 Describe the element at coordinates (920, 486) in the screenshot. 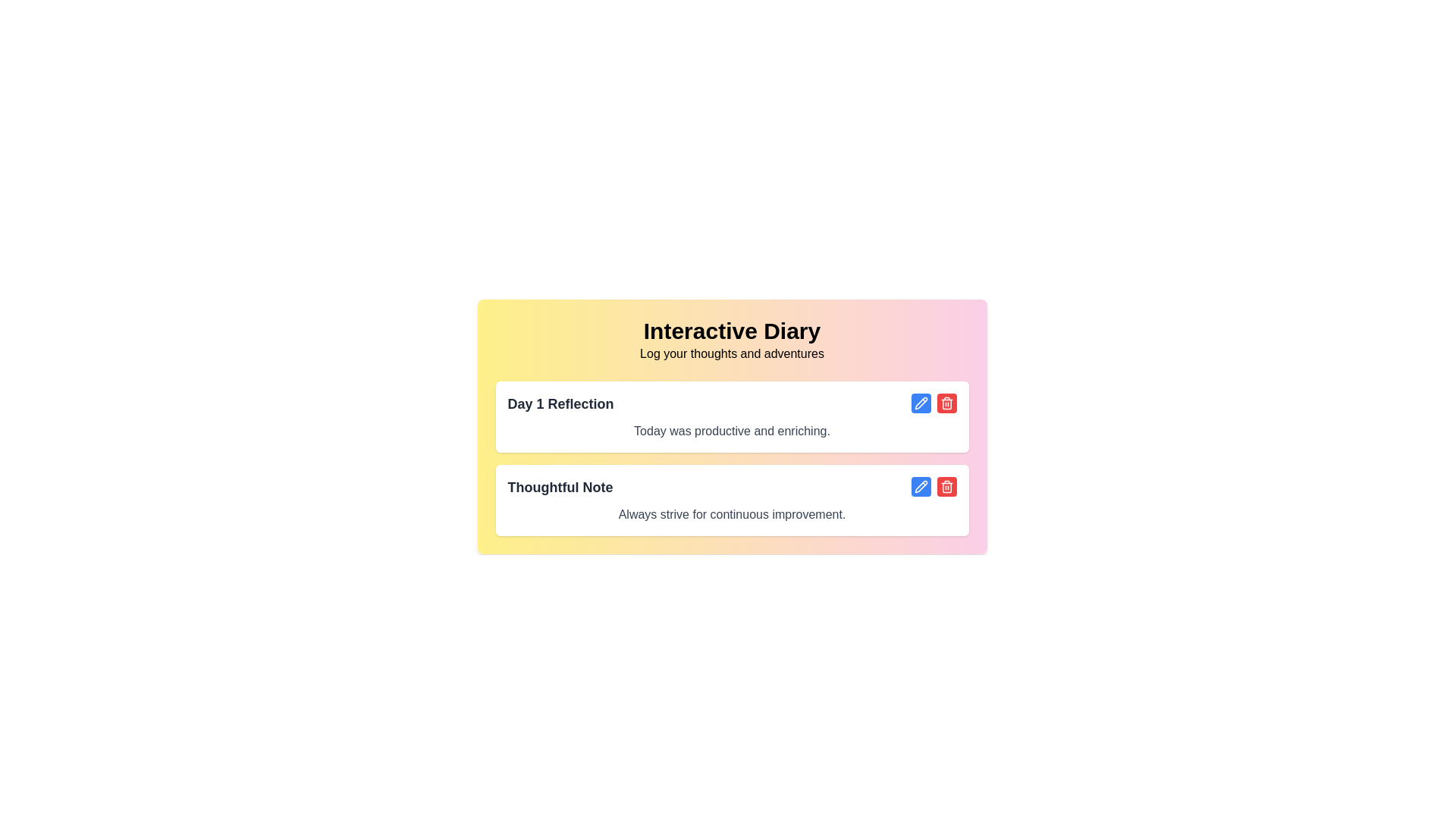

I see `the pencil icon button located on the right side of the 'Thoughtful Note' text box to initiate edit mode for the associated text` at that location.